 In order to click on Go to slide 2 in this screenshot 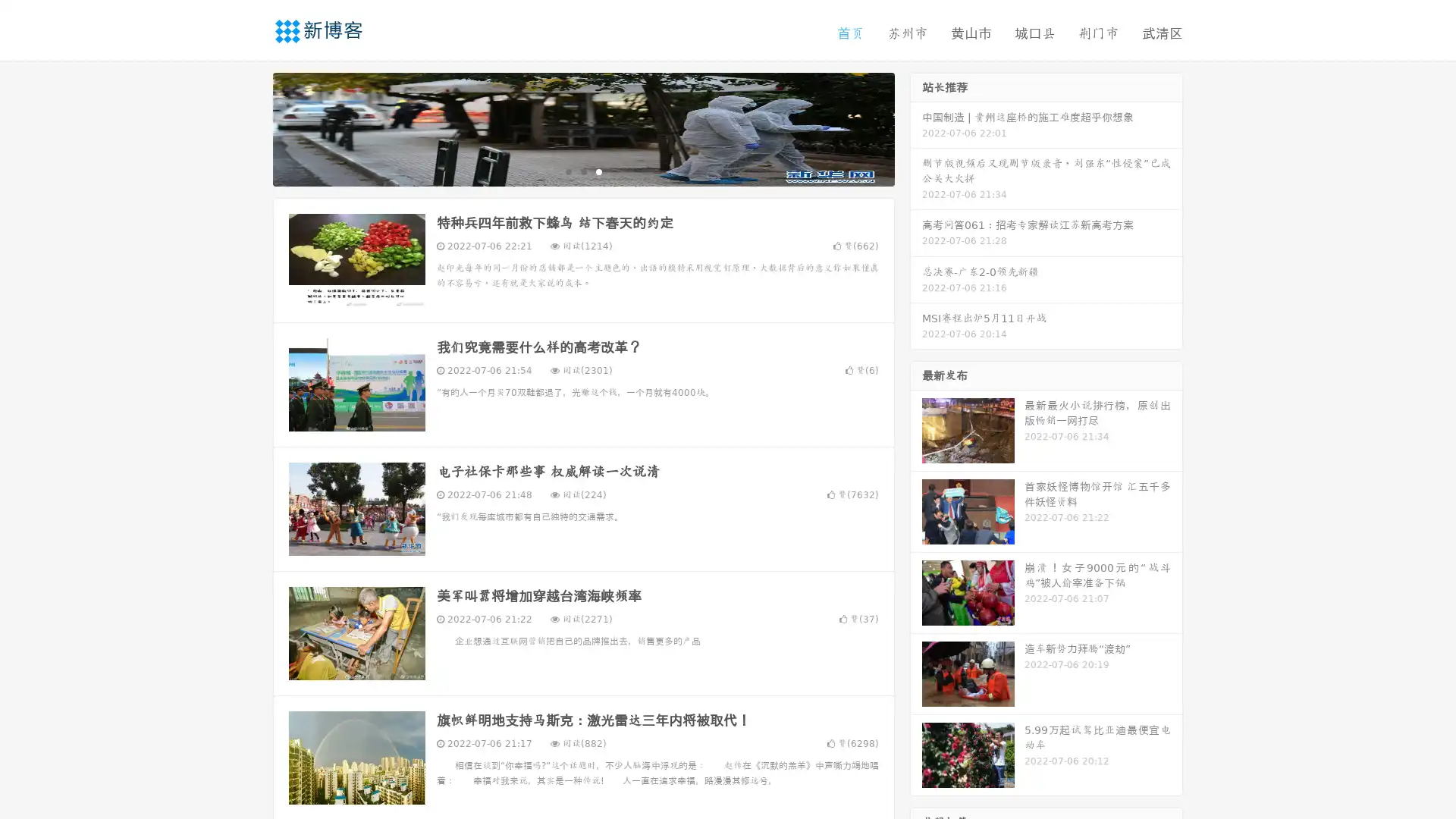, I will do `click(582, 171)`.